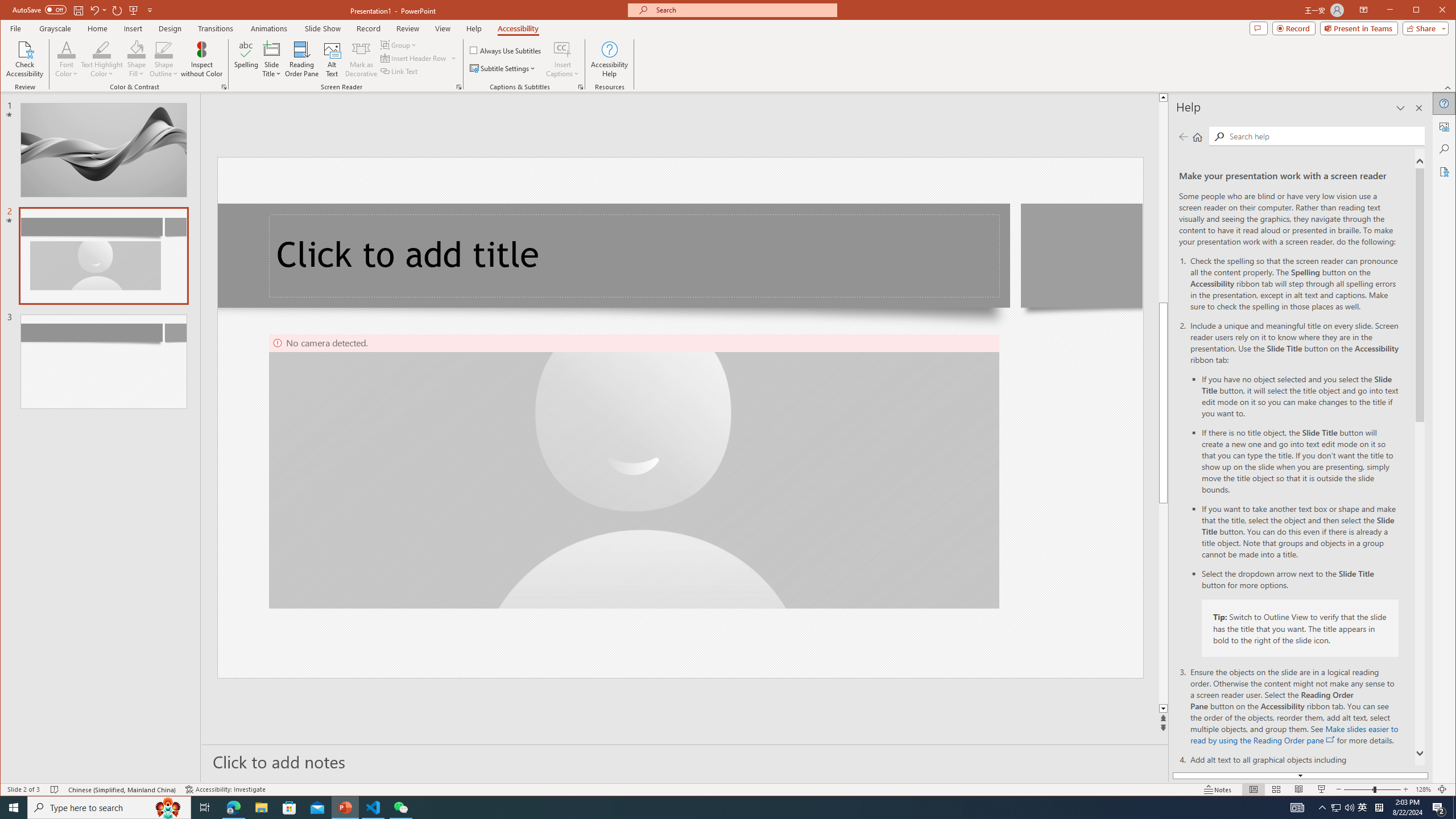  What do you see at coordinates (1183, 136) in the screenshot?
I see `'Previous page'` at bounding box center [1183, 136].